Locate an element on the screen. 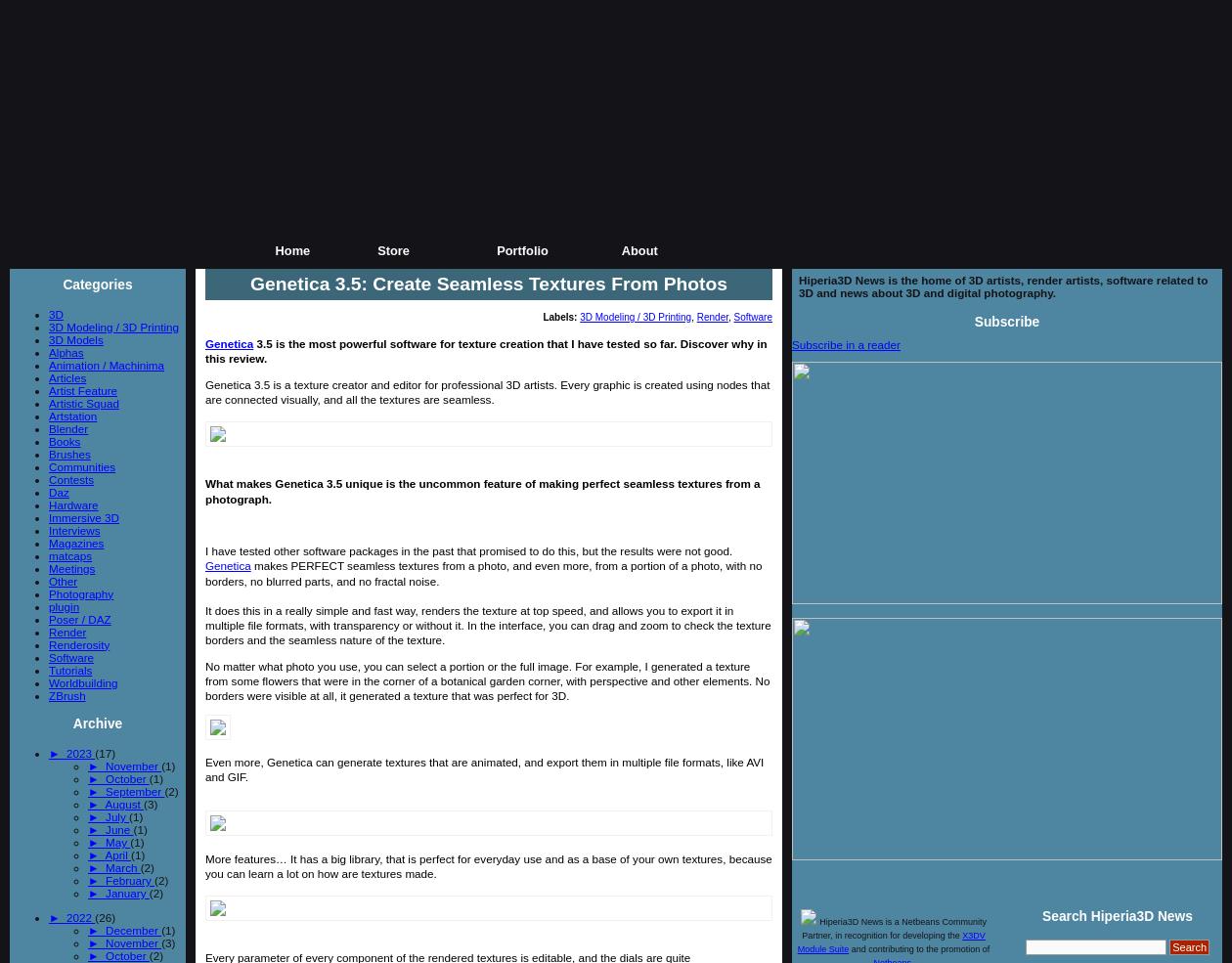  'December' is located at coordinates (105, 929).